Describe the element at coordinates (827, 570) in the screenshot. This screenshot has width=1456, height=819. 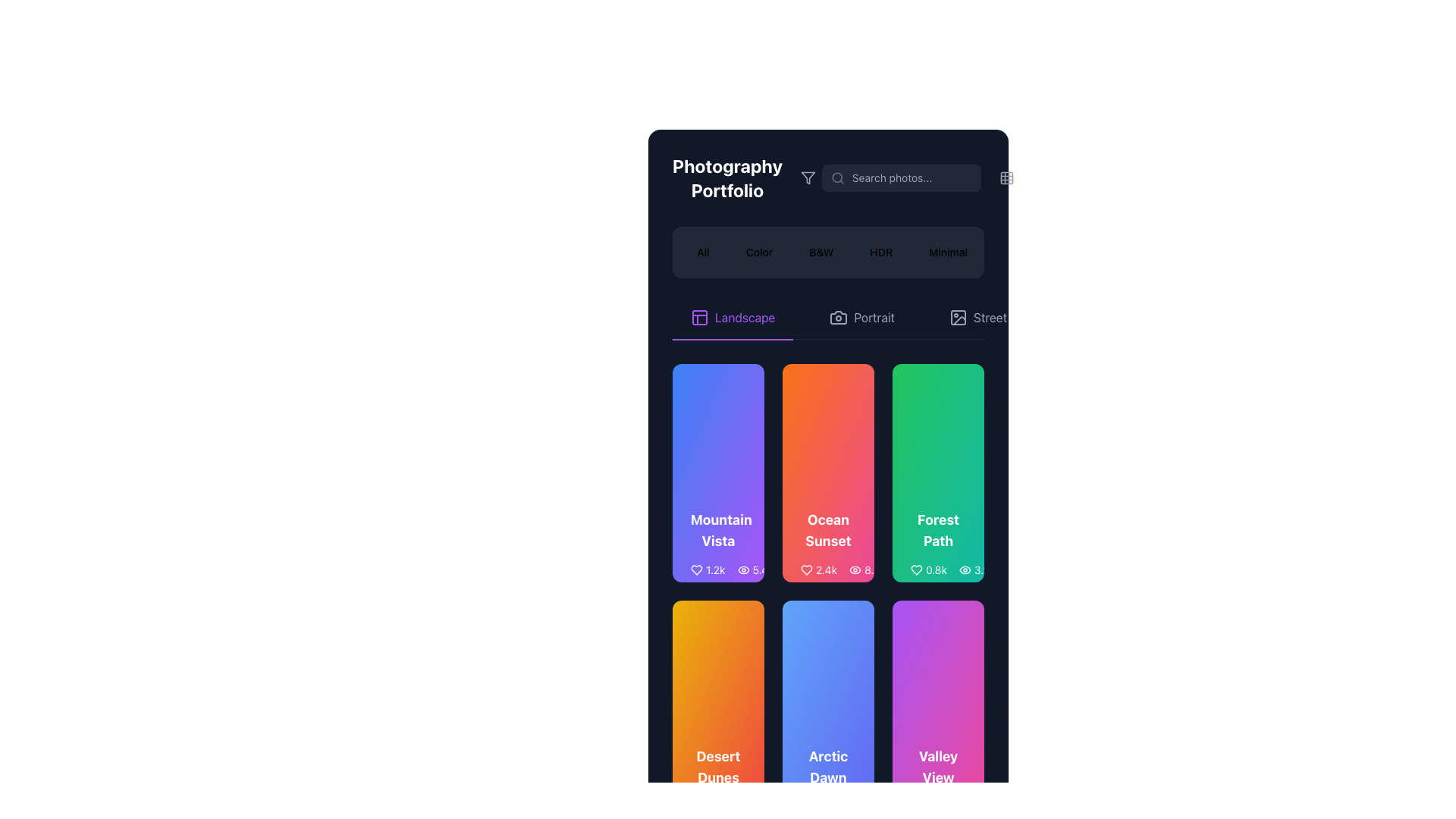
I see `the cluster of informational labels displaying '2.4k' and '8.2k' with heart and eye icons, located in the lower part of the 'Ocean Sunset' card` at that location.